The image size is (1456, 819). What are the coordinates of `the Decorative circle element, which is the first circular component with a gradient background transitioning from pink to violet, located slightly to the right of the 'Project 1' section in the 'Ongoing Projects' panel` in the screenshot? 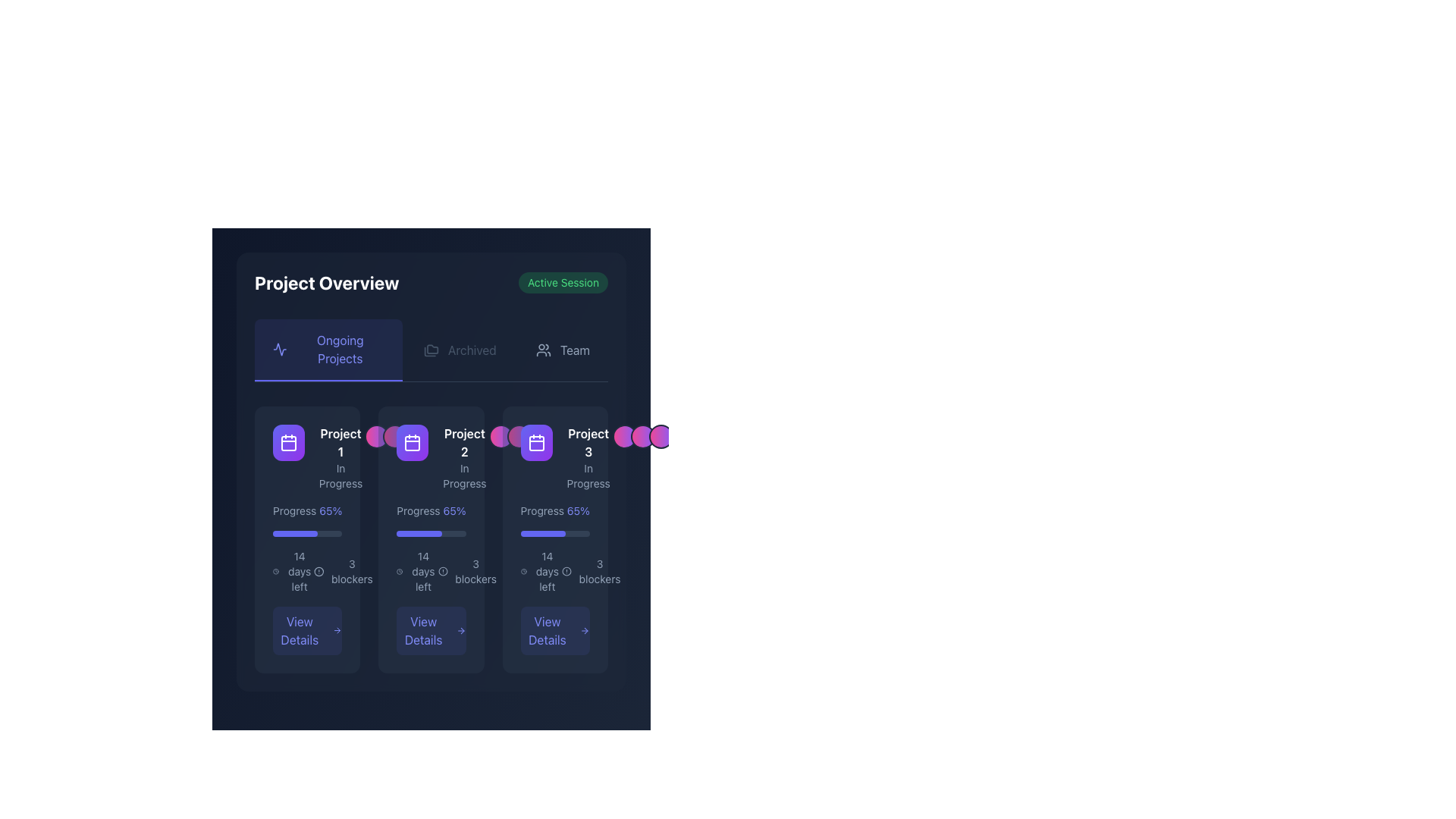 It's located at (377, 436).